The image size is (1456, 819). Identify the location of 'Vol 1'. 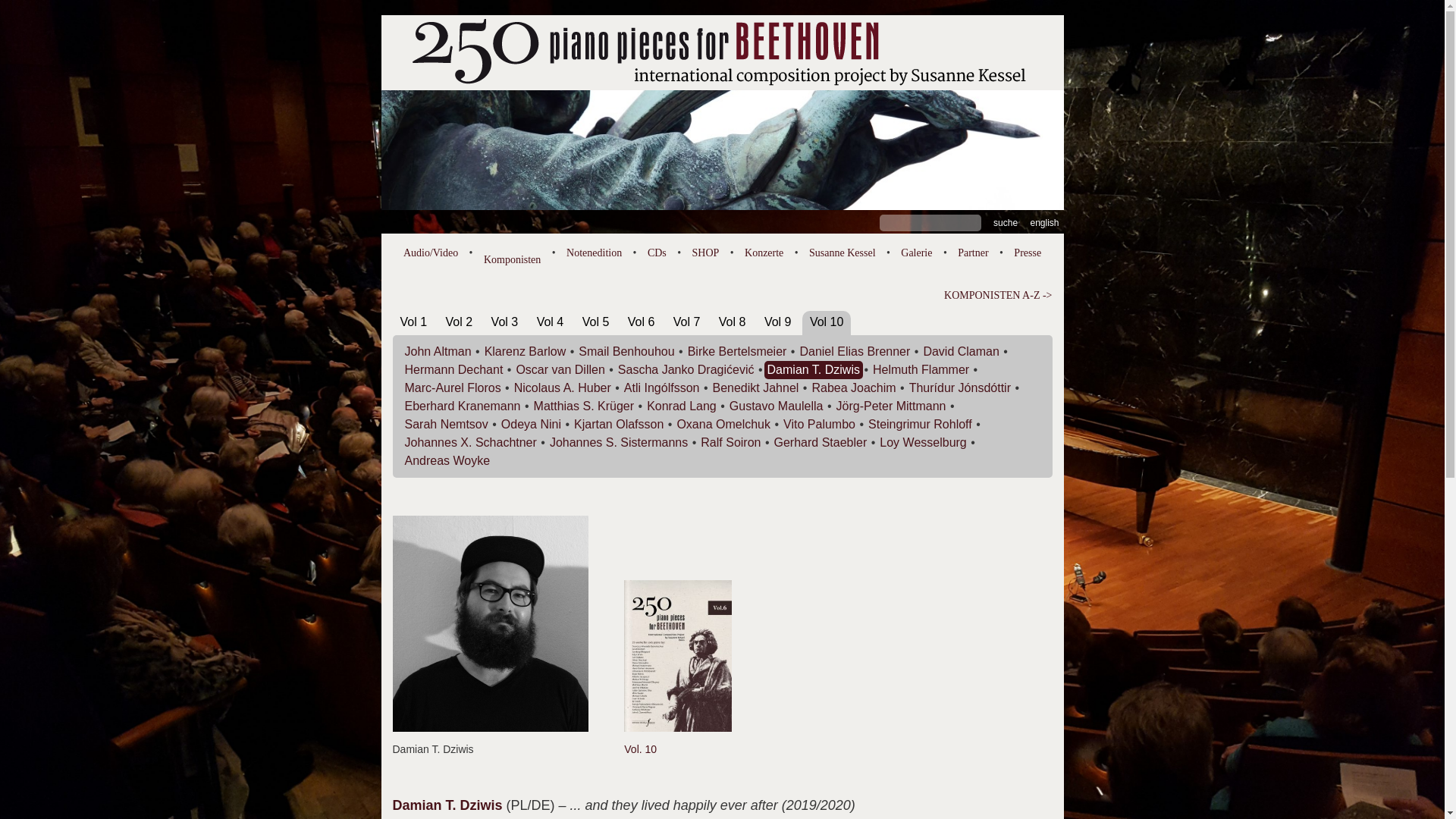
(414, 321).